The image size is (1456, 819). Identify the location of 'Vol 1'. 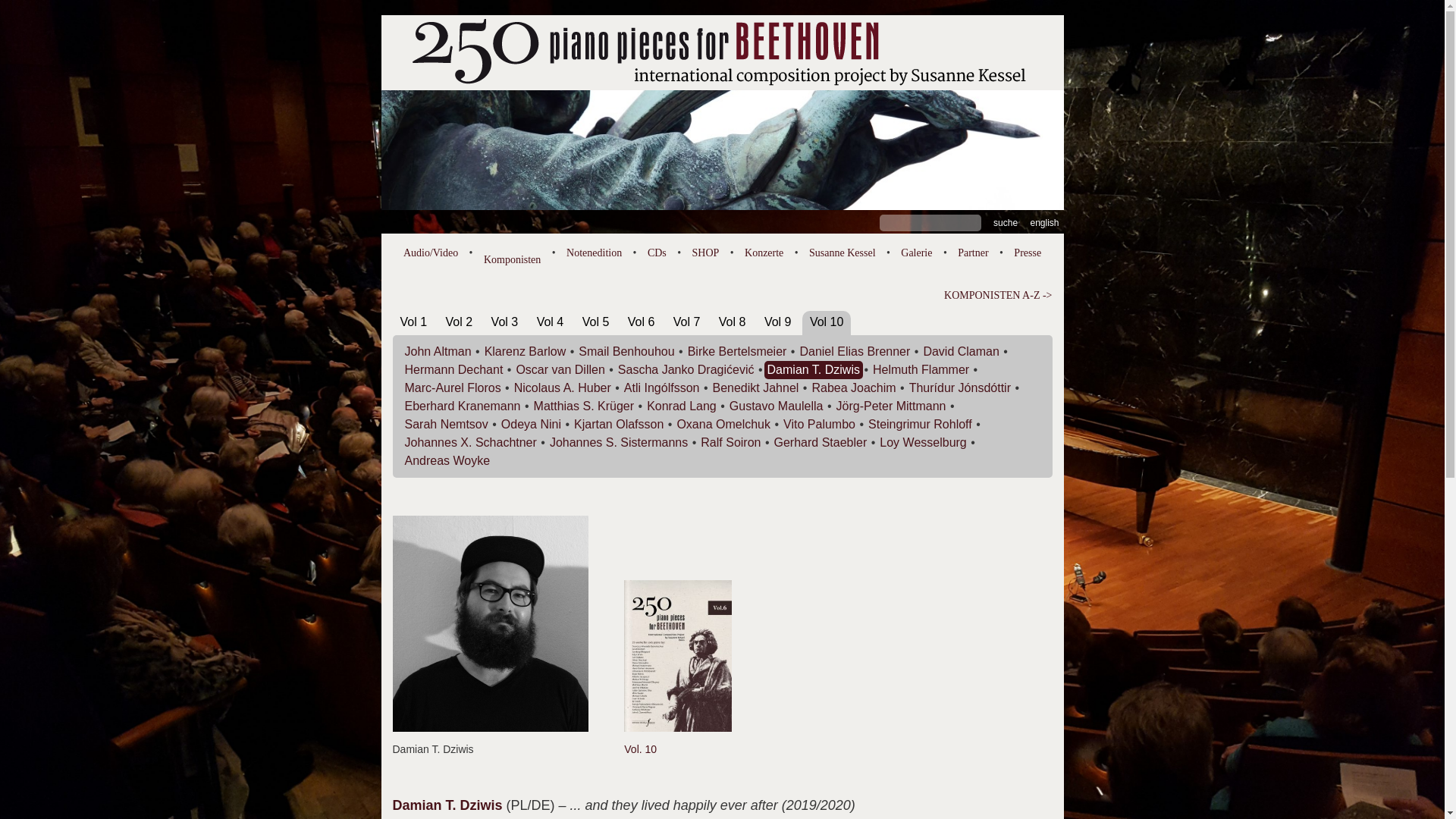
(414, 321).